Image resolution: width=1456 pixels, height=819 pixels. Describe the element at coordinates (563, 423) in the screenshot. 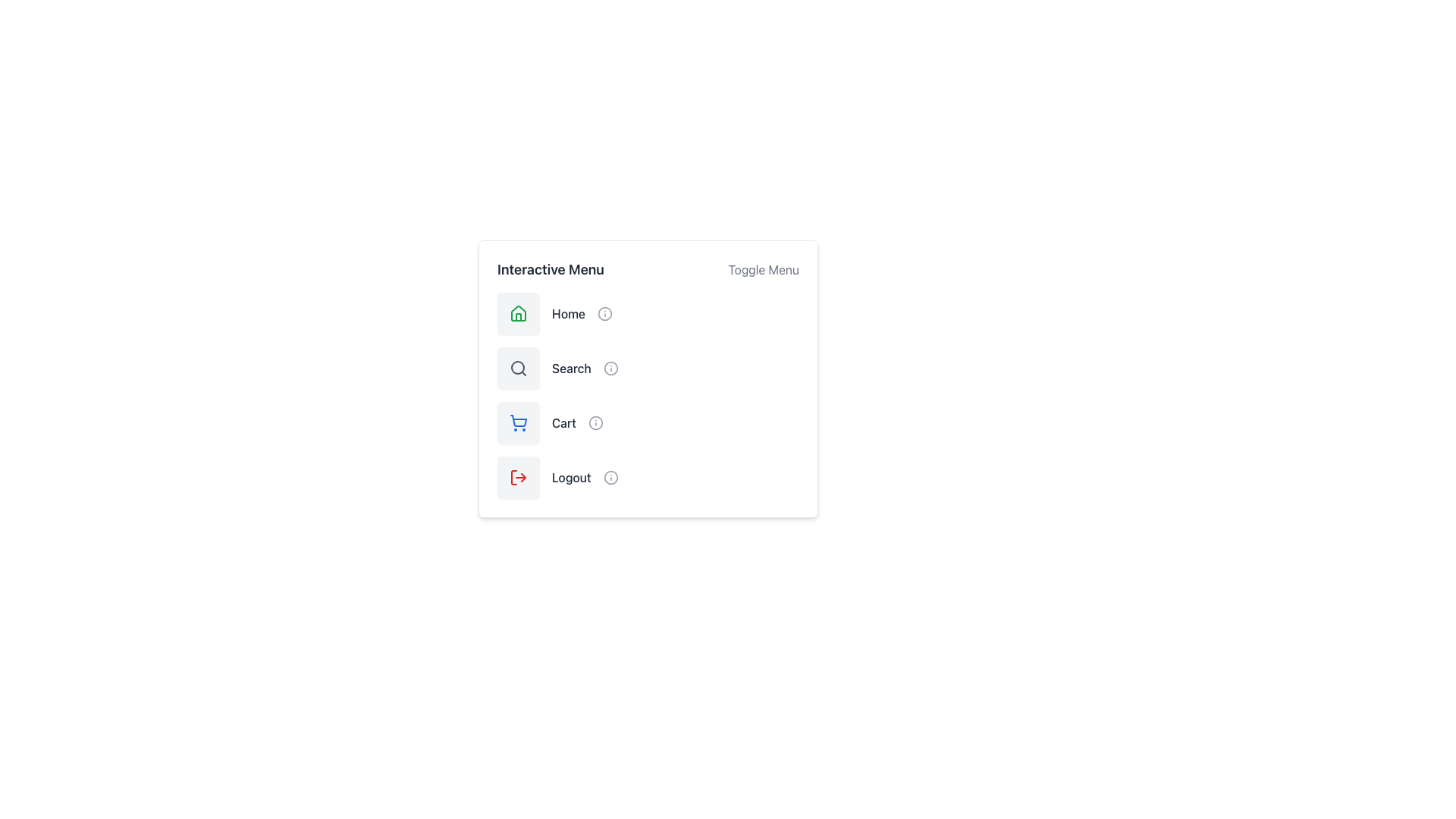

I see `the Text Label indicating the purpose of the shopping cart menu item, located below the 'Search' option and above the 'Logout' option in the 'Interactive Menu'` at that location.